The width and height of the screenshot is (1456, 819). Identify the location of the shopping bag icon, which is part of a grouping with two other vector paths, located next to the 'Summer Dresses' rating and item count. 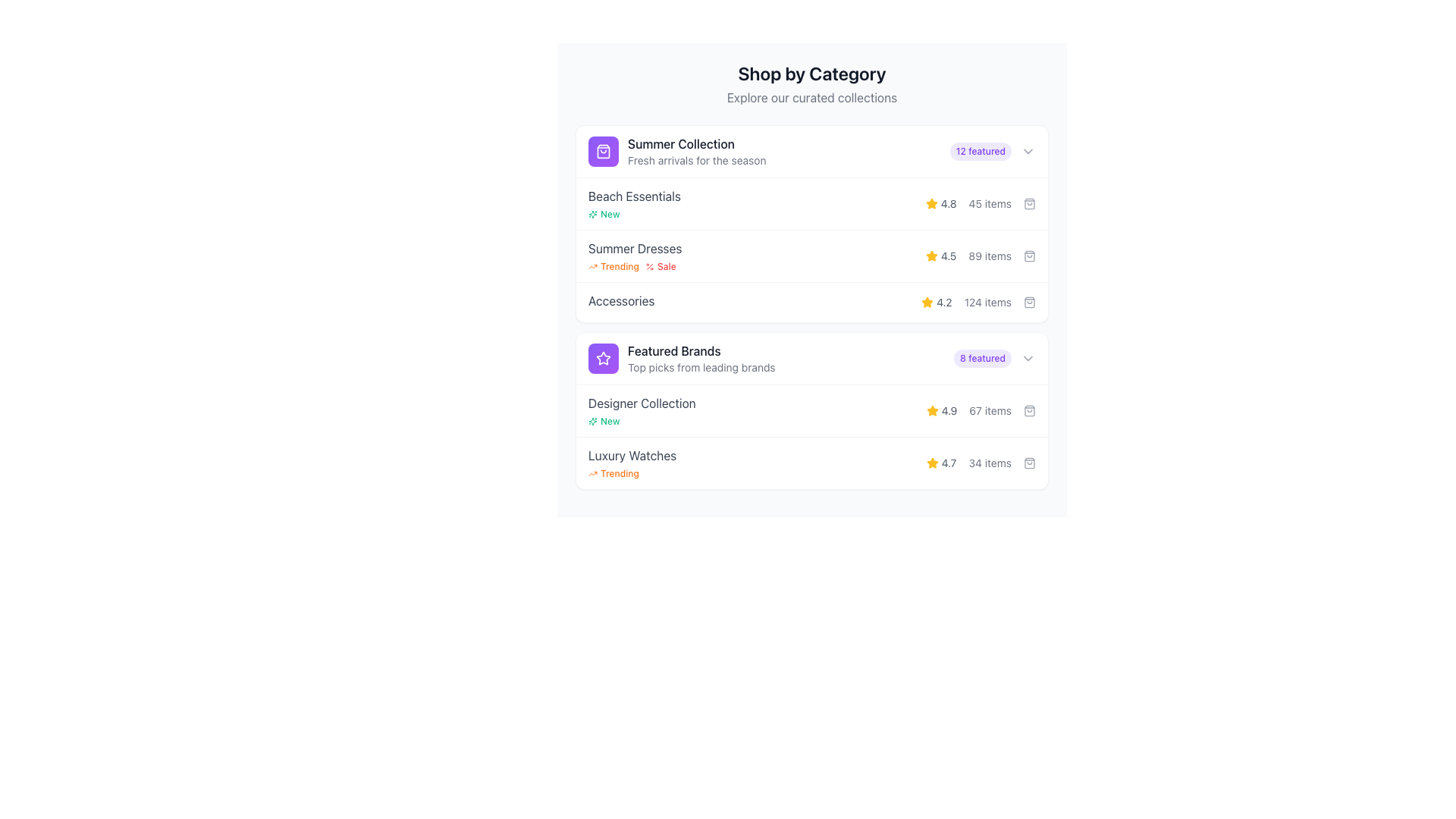
(1030, 256).